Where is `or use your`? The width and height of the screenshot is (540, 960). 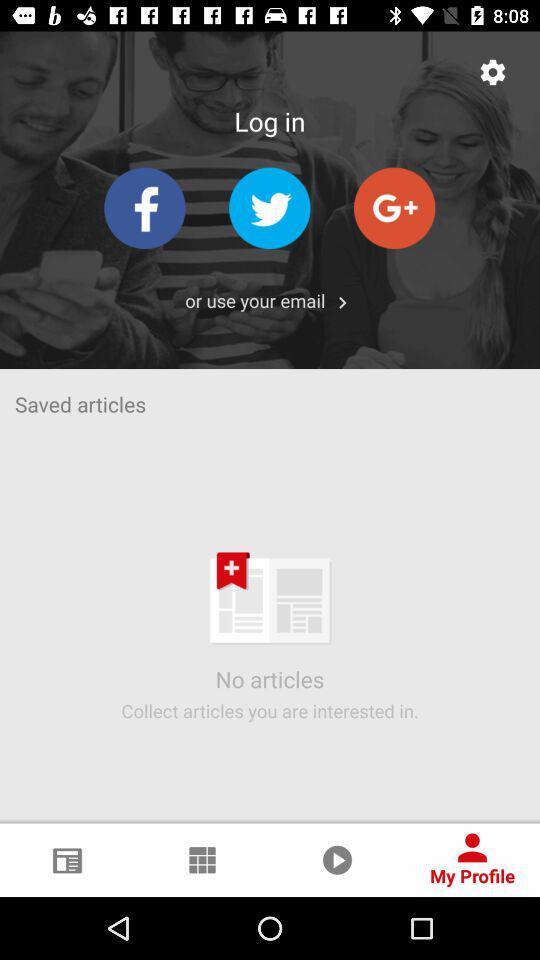
or use your is located at coordinates (255, 299).